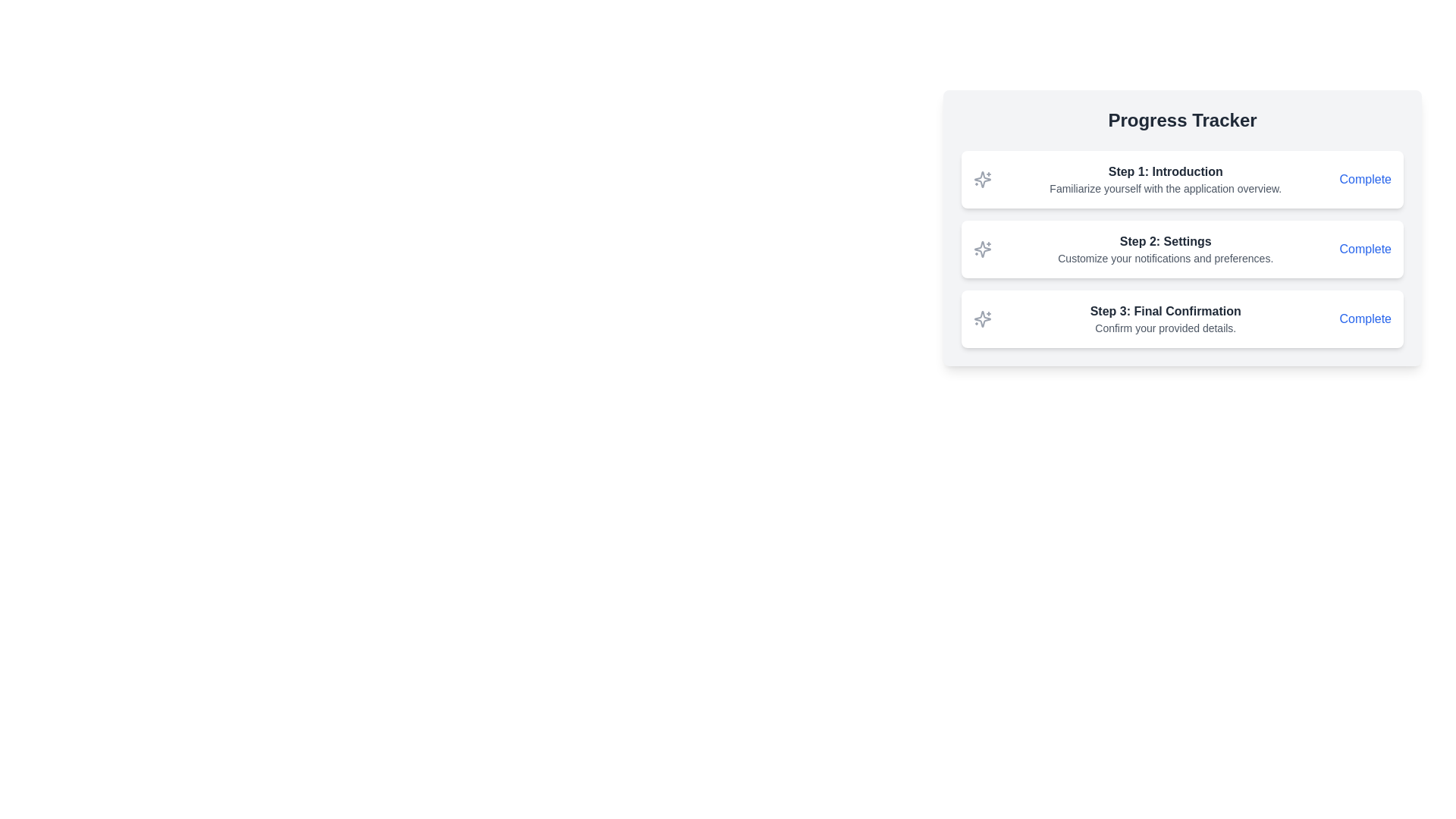 Image resolution: width=1456 pixels, height=819 pixels. What do you see at coordinates (1365, 248) in the screenshot?
I see `the clickable text link indicating the completion of the second step in the progress tracker` at bounding box center [1365, 248].